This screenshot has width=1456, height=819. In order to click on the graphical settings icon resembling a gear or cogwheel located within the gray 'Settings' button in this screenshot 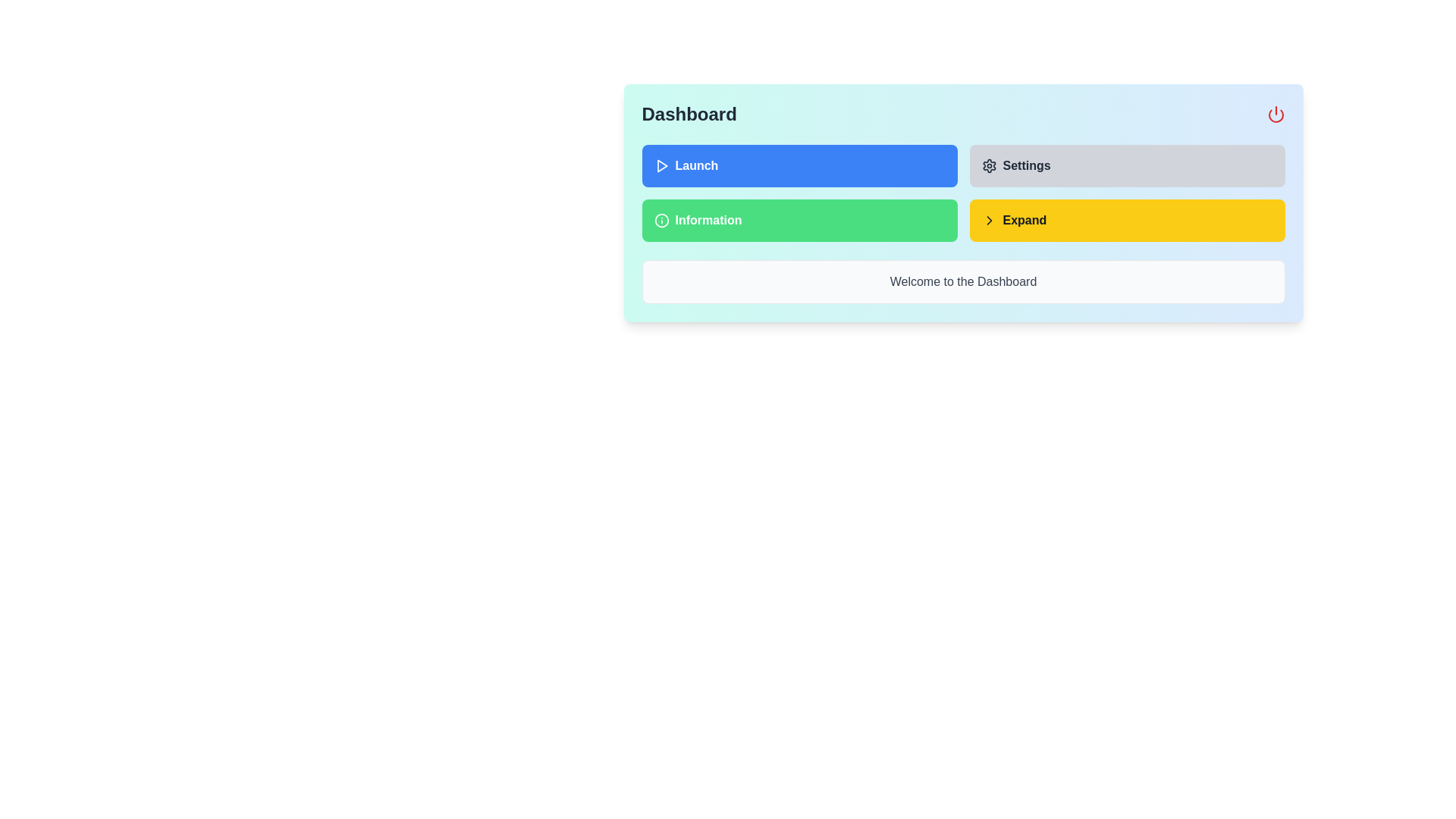, I will do `click(989, 166)`.